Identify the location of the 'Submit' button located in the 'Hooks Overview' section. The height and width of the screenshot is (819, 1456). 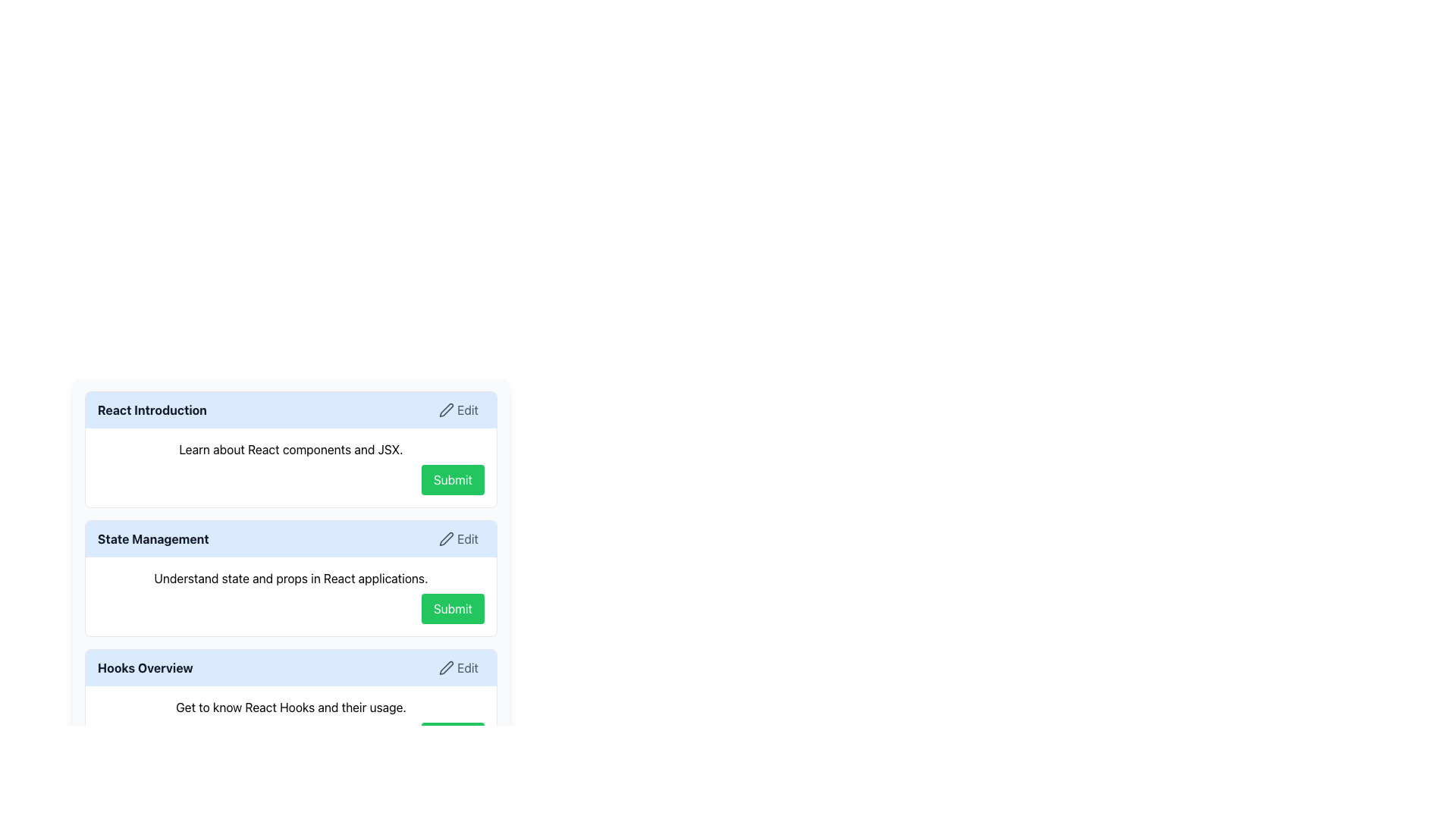
(452, 736).